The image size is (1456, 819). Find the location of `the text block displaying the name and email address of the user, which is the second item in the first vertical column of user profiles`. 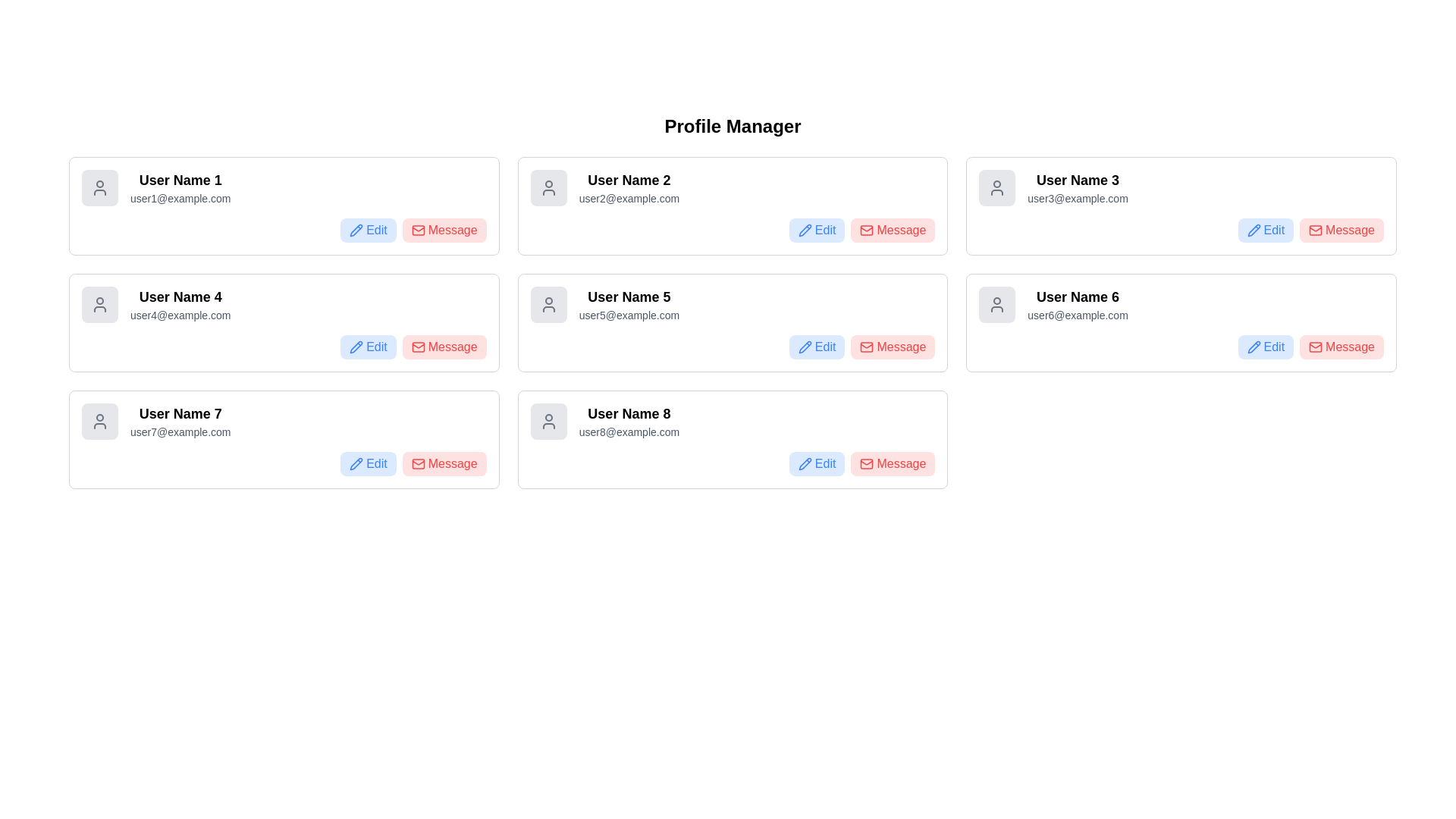

the text block displaying the name and email address of the user, which is the second item in the first vertical column of user profiles is located at coordinates (180, 304).